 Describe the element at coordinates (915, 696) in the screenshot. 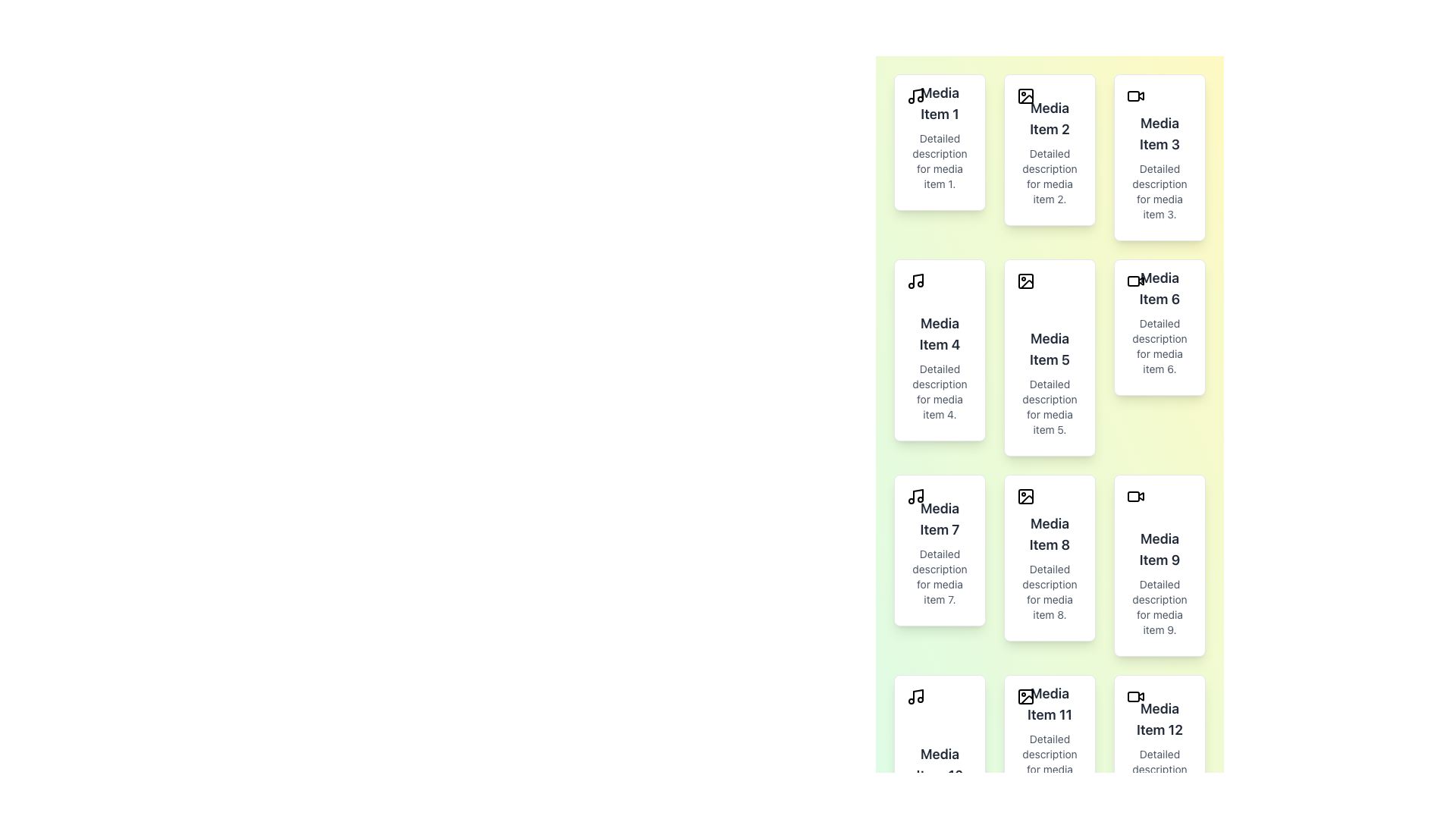

I see `the music-related icon located at the top-left corner of the card representing 'Media Item 10' in the vertical grid layout` at that location.